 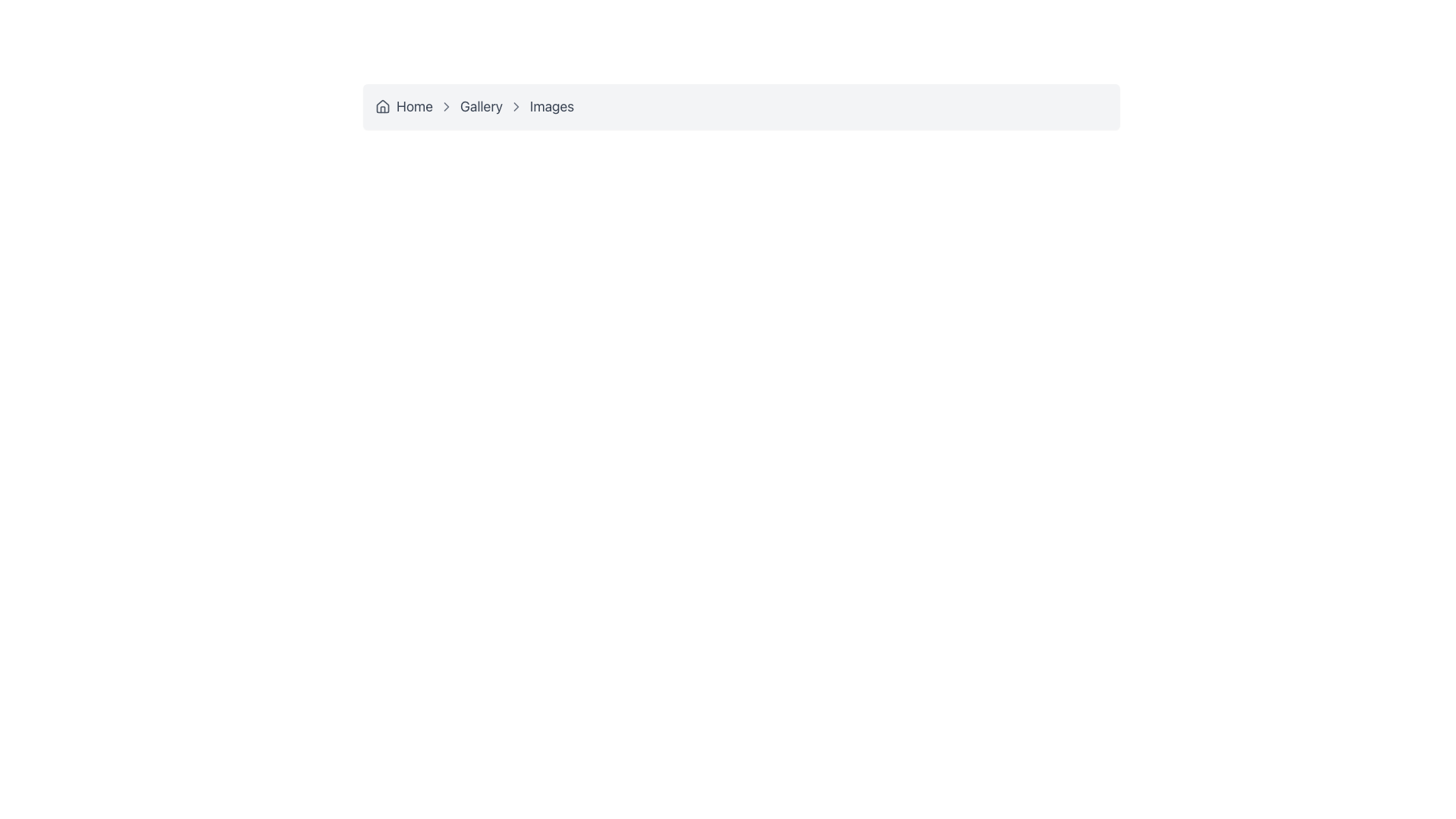 I want to click on the right-chevron SVG icon located between the 'Gallery' and 'Images' segments of the breadcrumb navigation bar, so click(x=516, y=106).